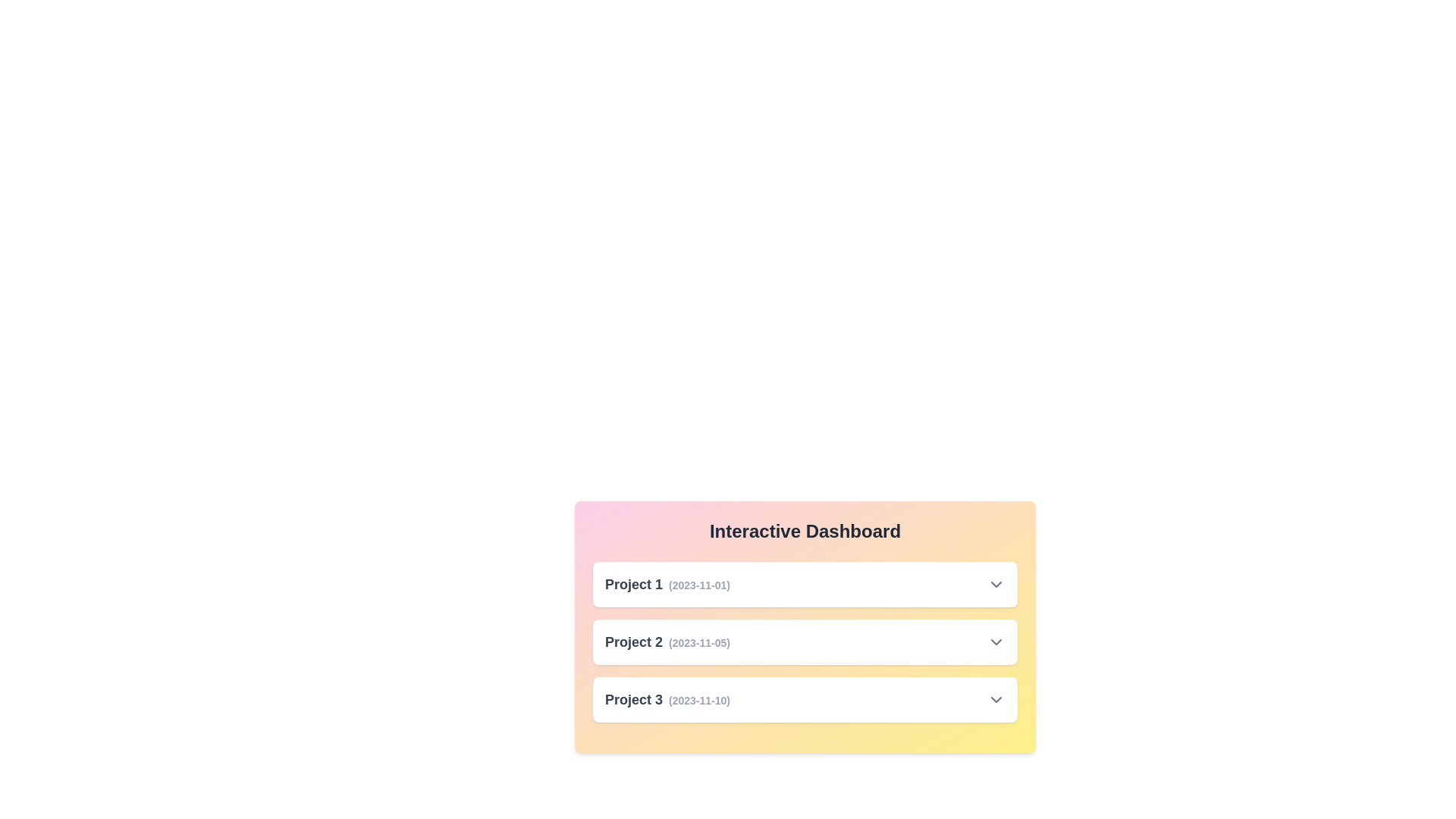 This screenshot has width=1456, height=819. Describe the element at coordinates (996, 584) in the screenshot. I see `the dropdown icon for Project 1 to toggle its details` at that location.